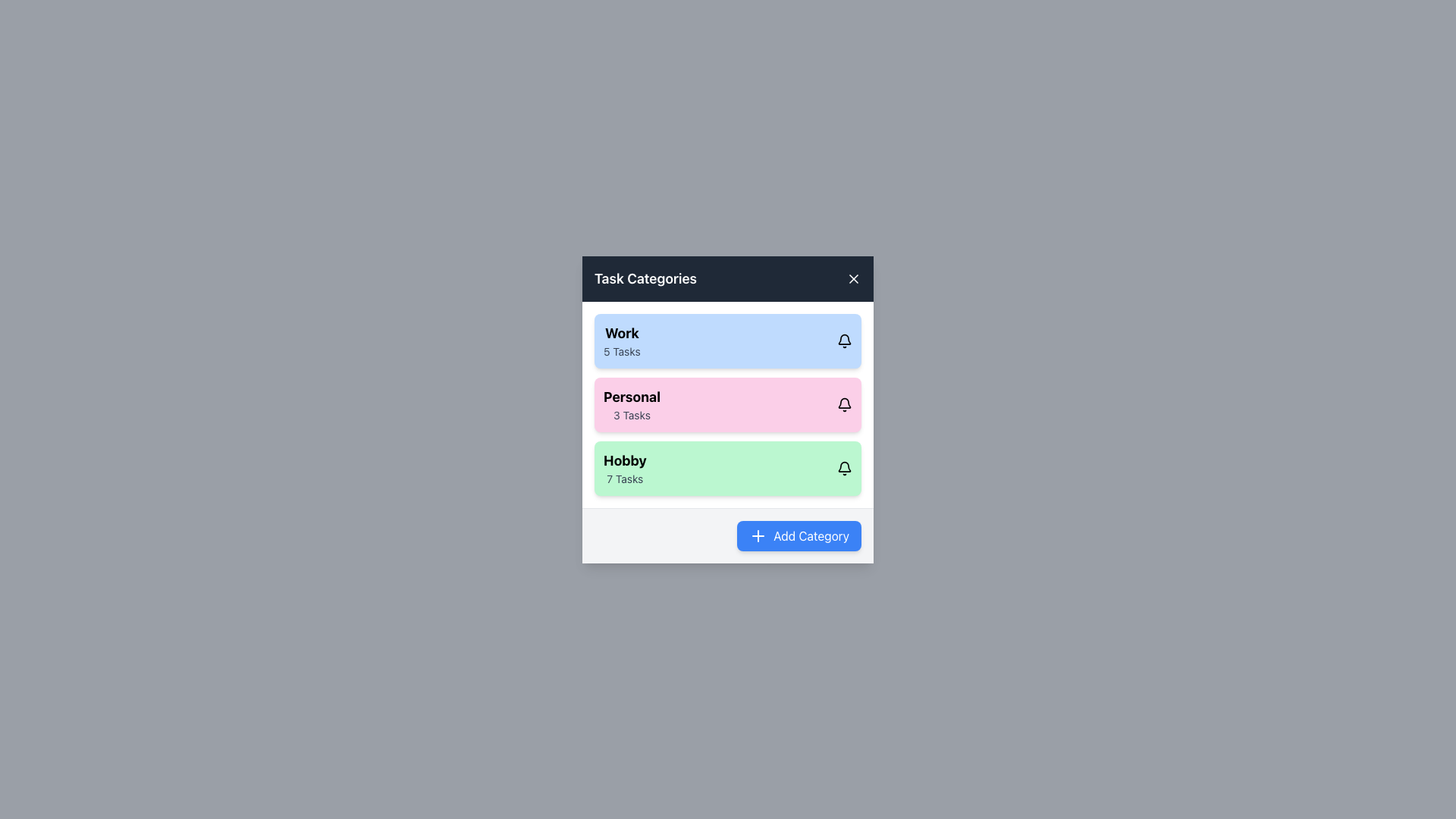 The image size is (1456, 819). What do you see at coordinates (622, 332) in the screenshot?
I see `the bold text label reading 'Work' which is located in the top-left portion of the blue rectangular section, directly above the subtext '5 Tasks'` at bounding box center [622, 332].